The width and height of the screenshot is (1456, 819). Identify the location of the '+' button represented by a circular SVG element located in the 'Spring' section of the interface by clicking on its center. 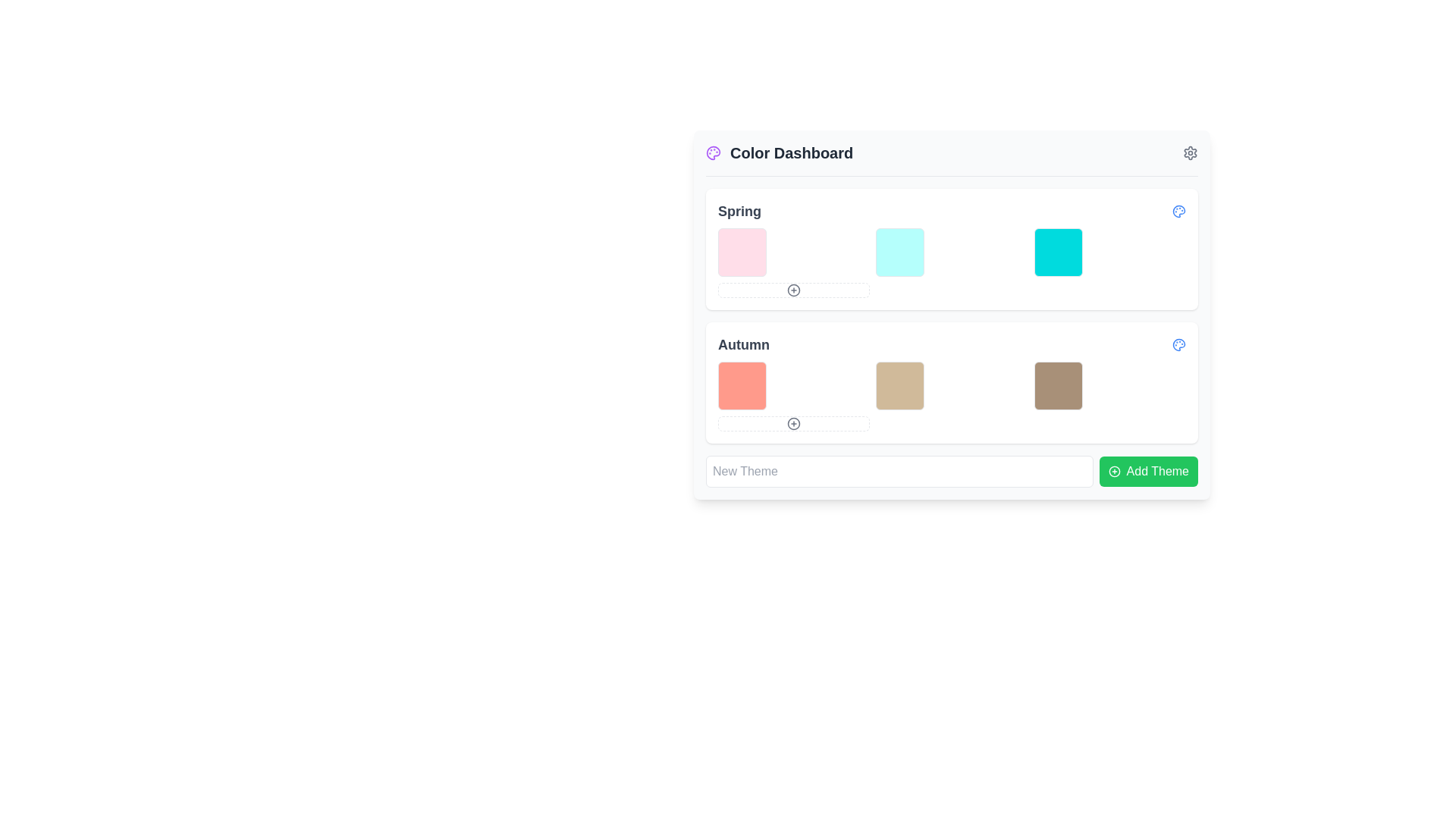
(793, 290).